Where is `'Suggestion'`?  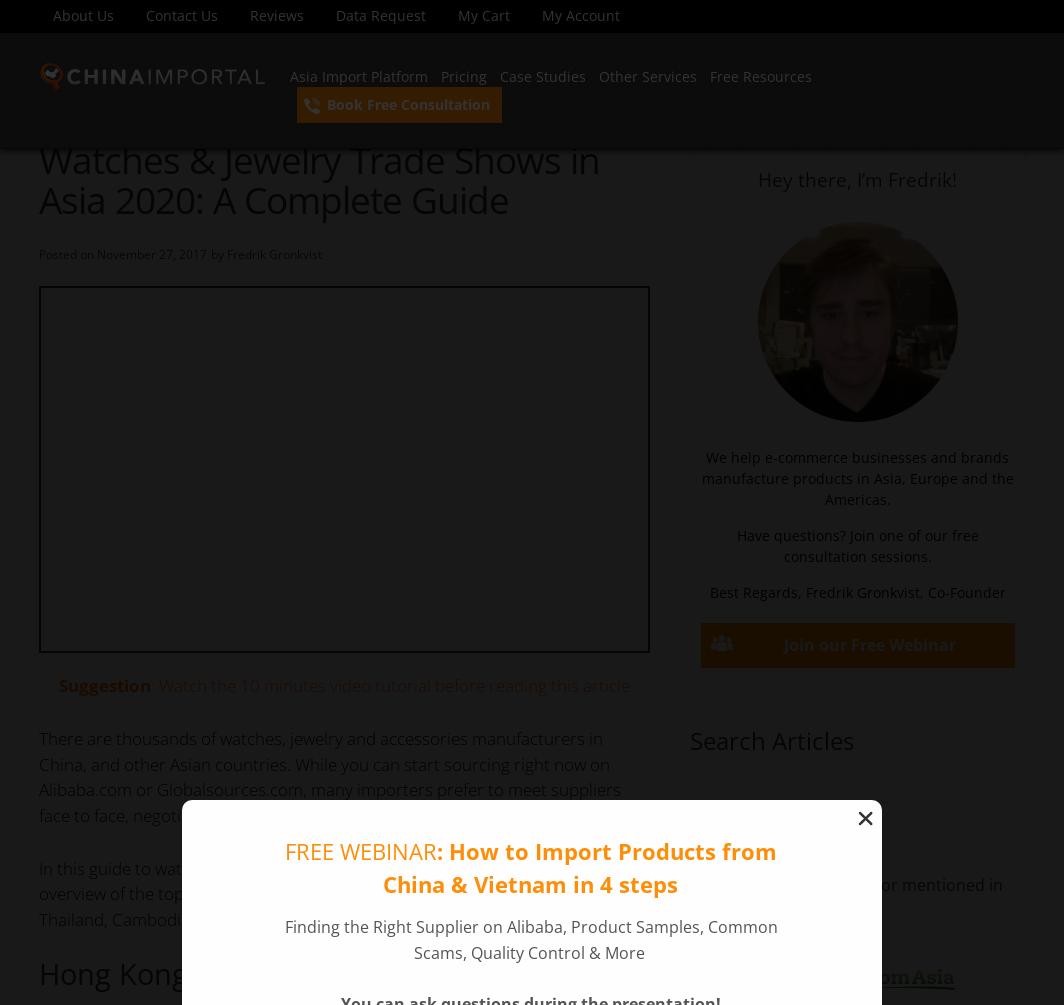 'Suggestion' is located at coordinates (57, 685).